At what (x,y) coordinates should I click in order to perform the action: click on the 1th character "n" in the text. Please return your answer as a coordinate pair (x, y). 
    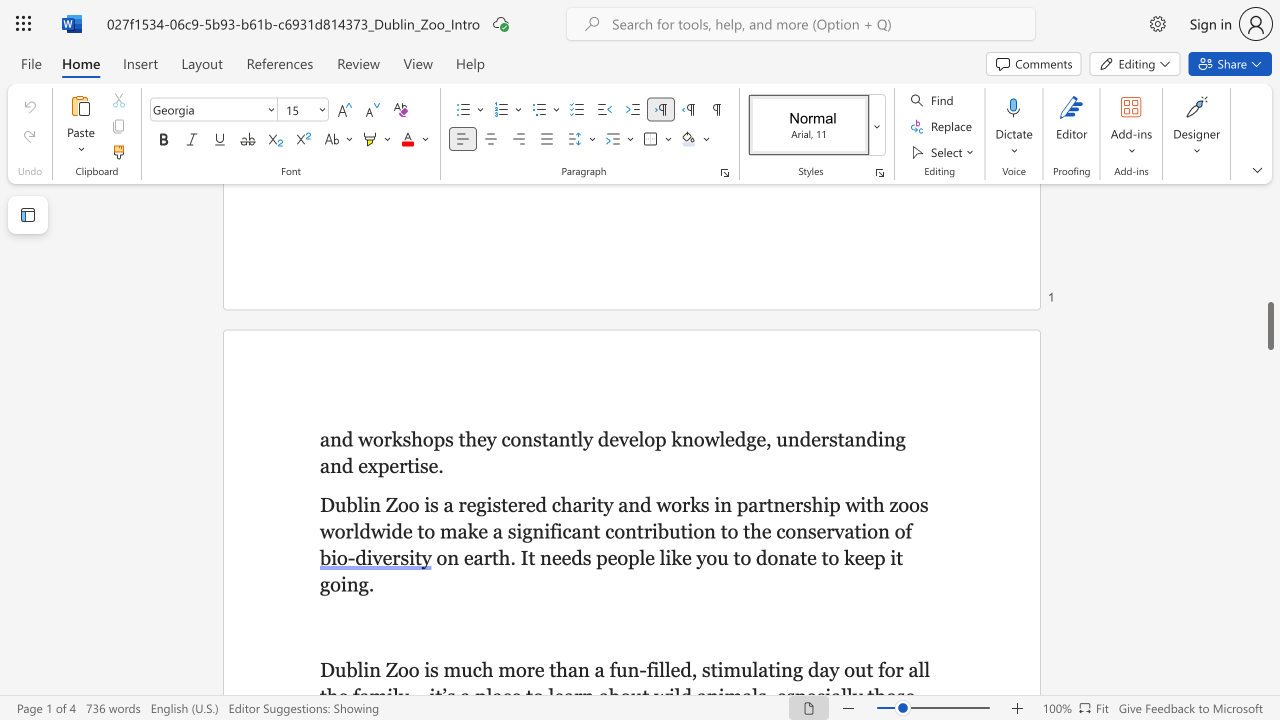
    Looking at the image, I should click on (688, 438).